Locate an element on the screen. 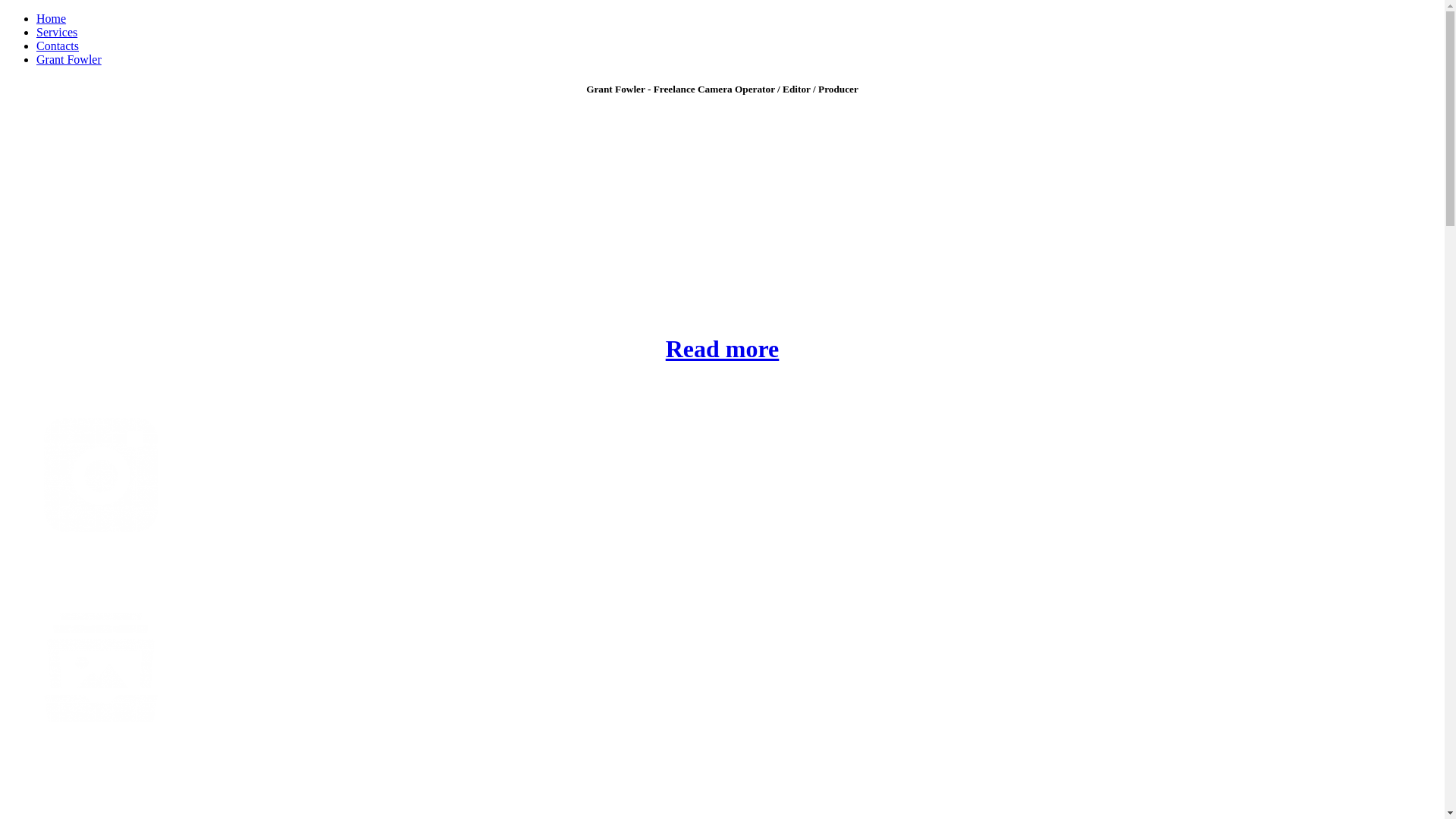  'Contacts' is located at coordinates (58, 45).